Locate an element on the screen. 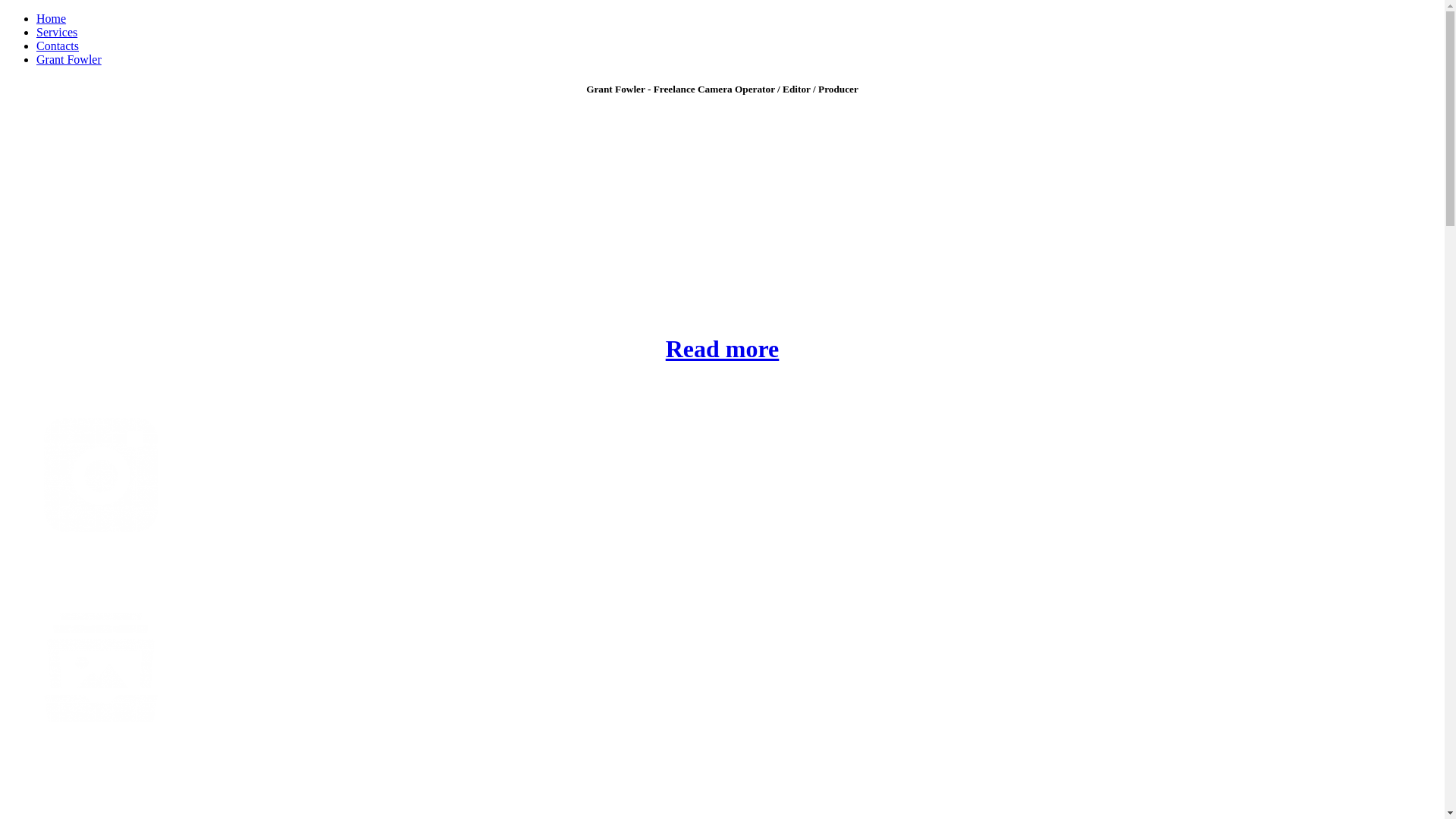  'Contacts' is located at coordinates (58, 45).